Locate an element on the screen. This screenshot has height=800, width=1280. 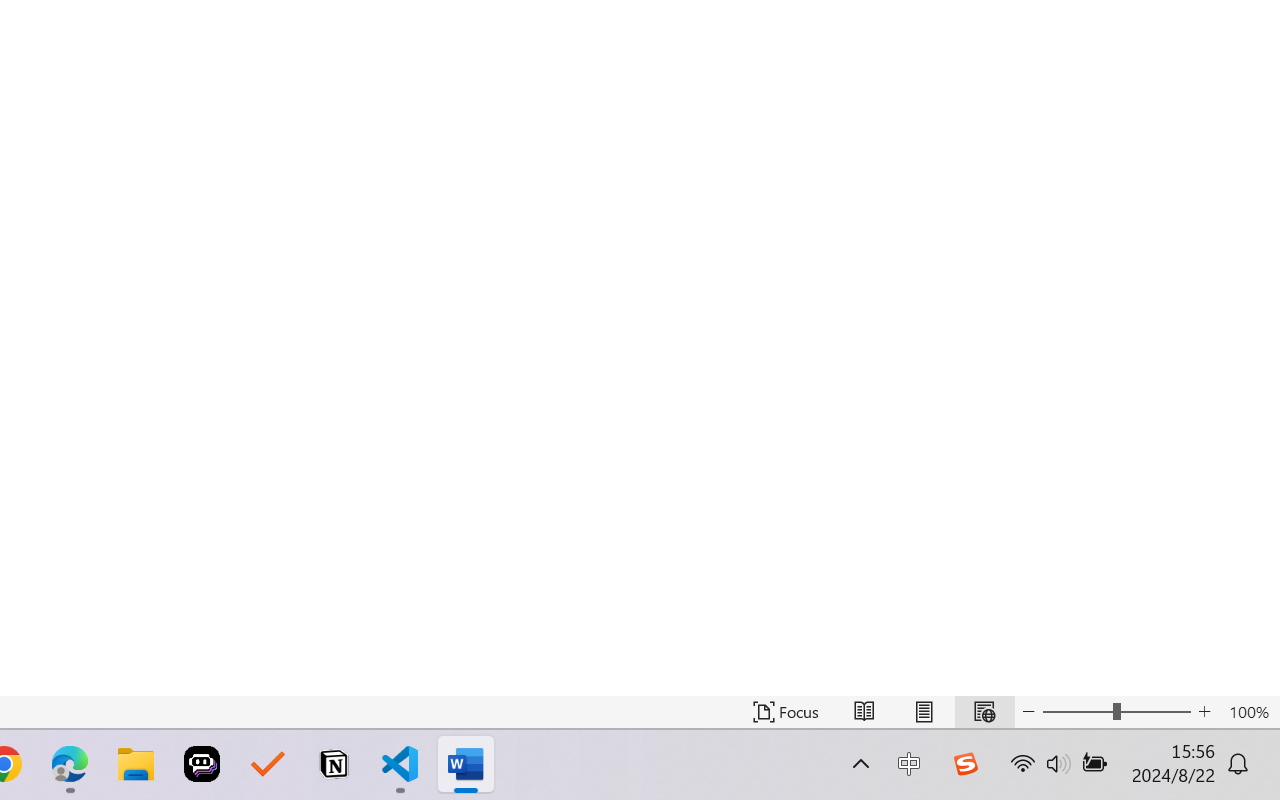
'Read Mode' is located at coordinates (864, 711).